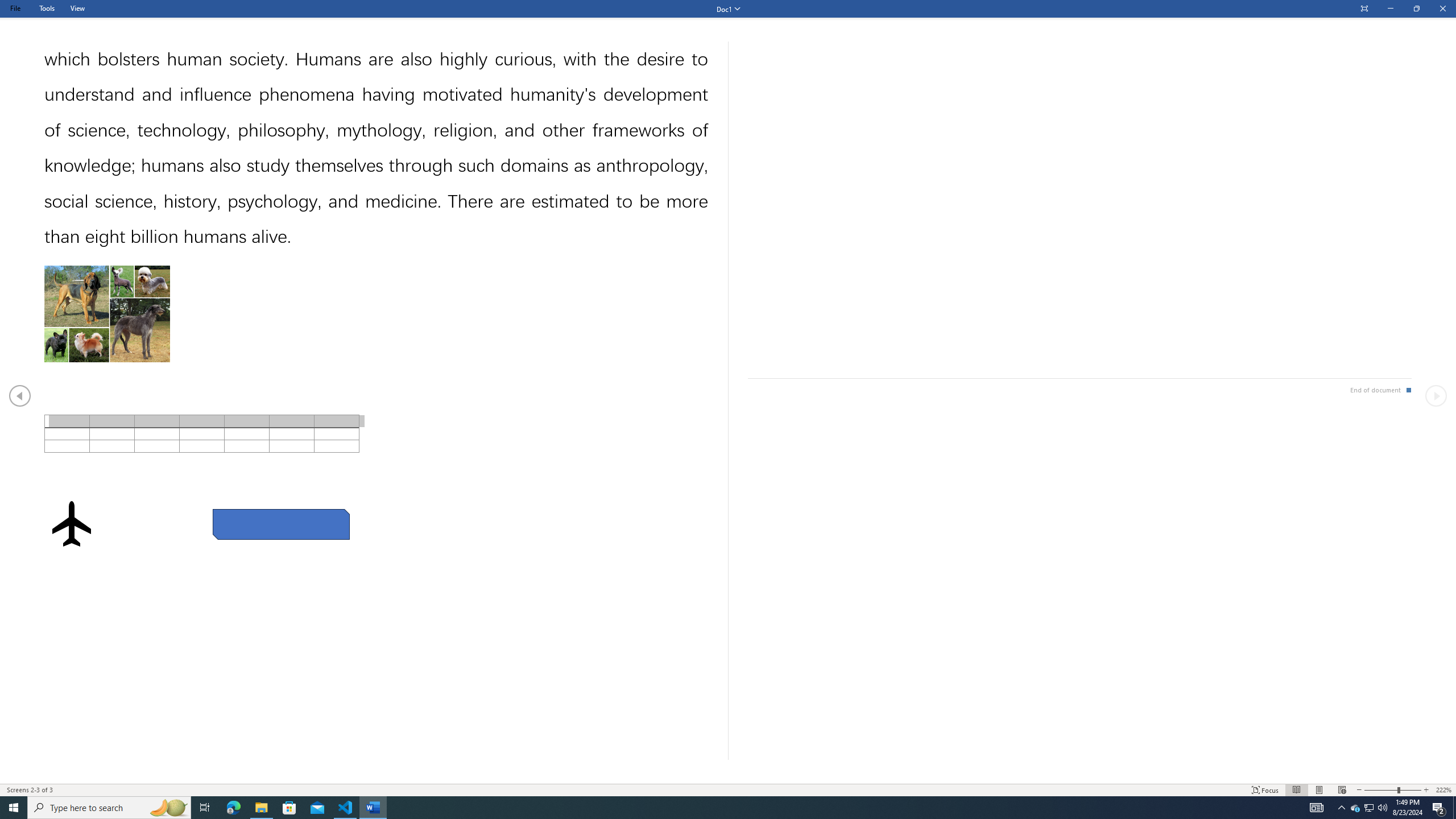  What do you see at coordinates (106, 313) in the screenshot?
I see `'Morphological variation in six dogs'` at bounding box center [106, 313].